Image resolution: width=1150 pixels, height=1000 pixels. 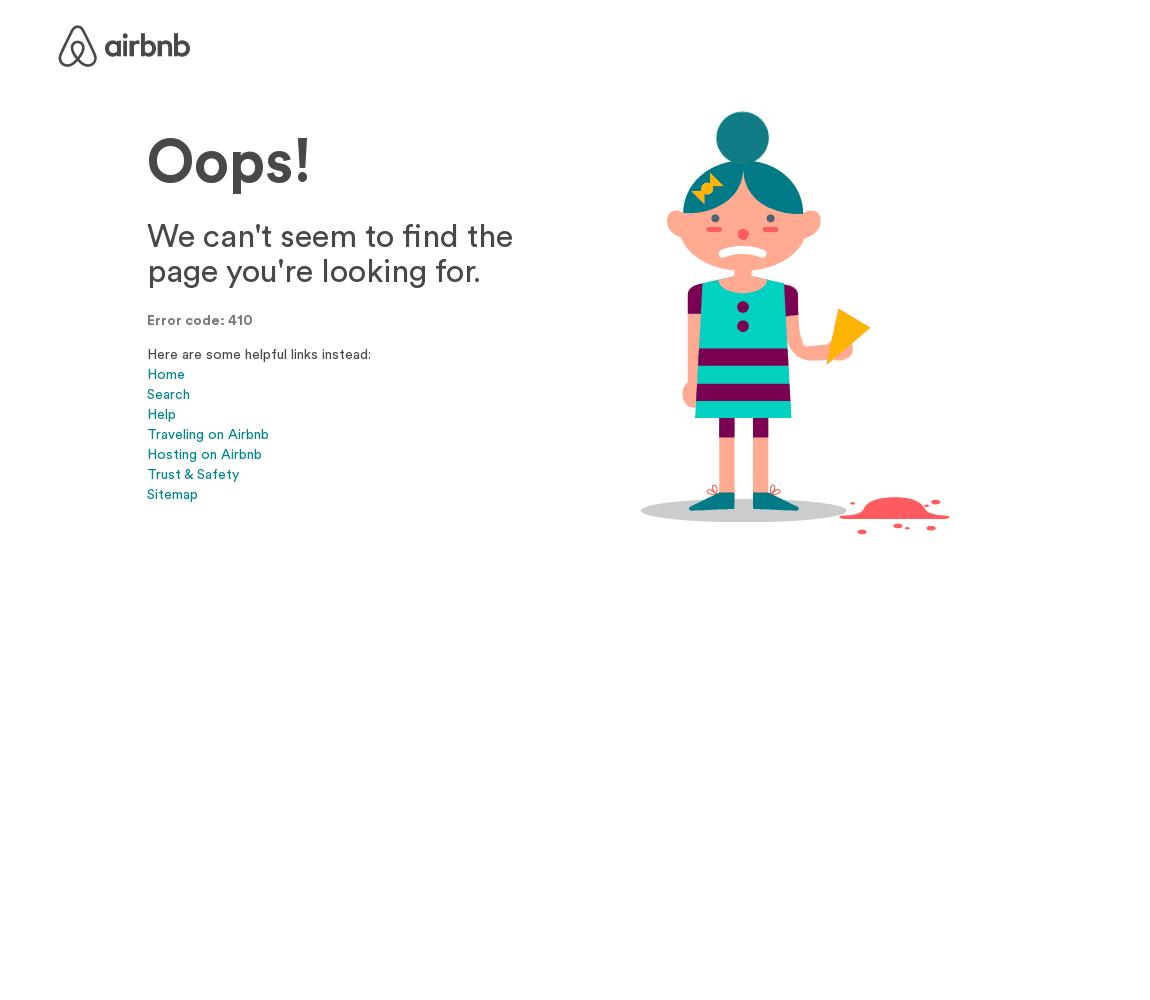 What do you see at coordinates (198, 319) in the screenshot?
I see `'Error code: 410'` at bounding box center [198, 319].